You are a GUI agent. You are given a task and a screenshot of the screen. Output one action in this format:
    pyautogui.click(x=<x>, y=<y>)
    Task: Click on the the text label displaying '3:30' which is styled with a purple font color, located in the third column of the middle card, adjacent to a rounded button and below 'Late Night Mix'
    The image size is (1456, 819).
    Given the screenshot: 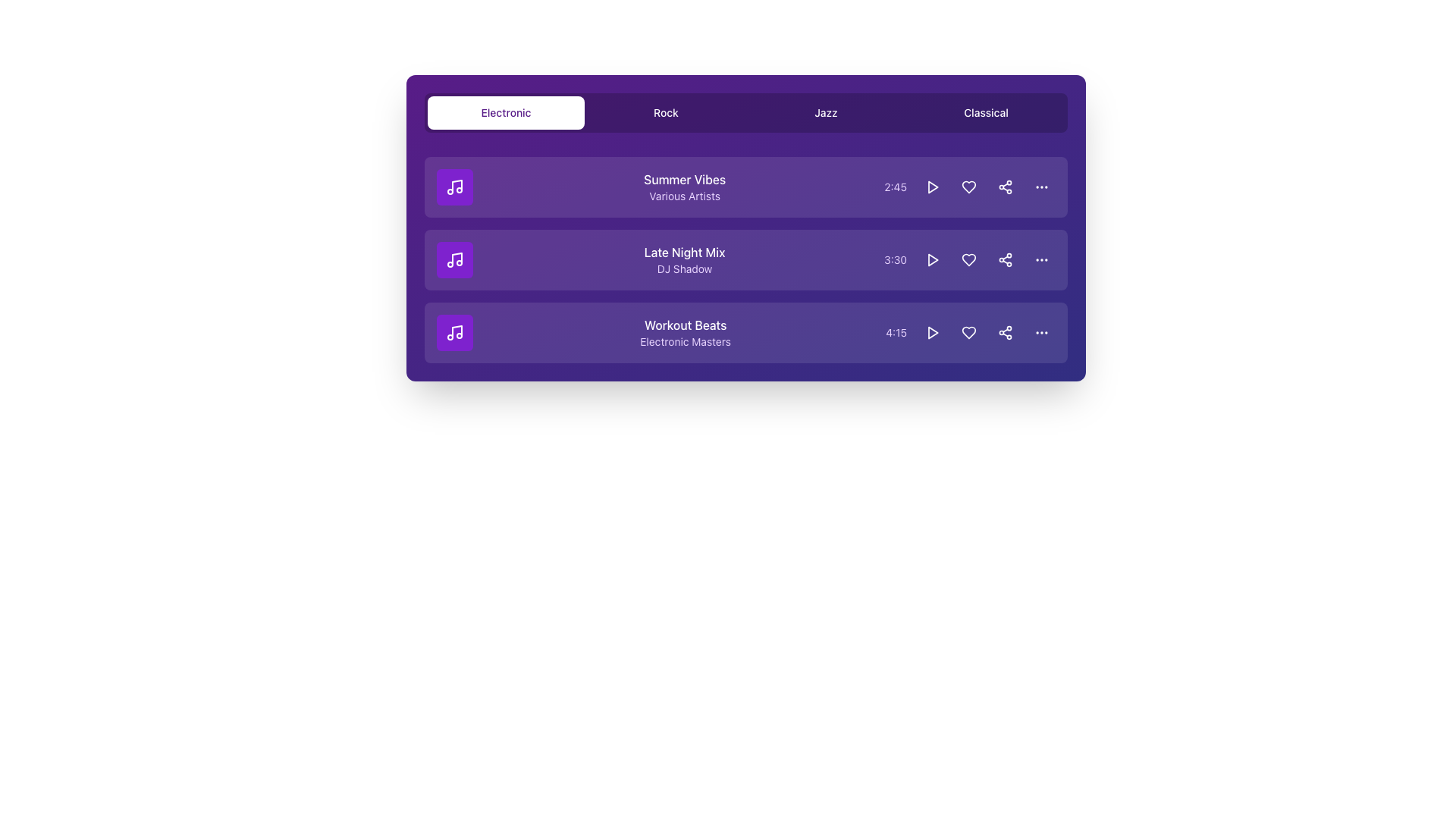 What is the action you would take?
    pyautogui.click(x=895, y=259)
    